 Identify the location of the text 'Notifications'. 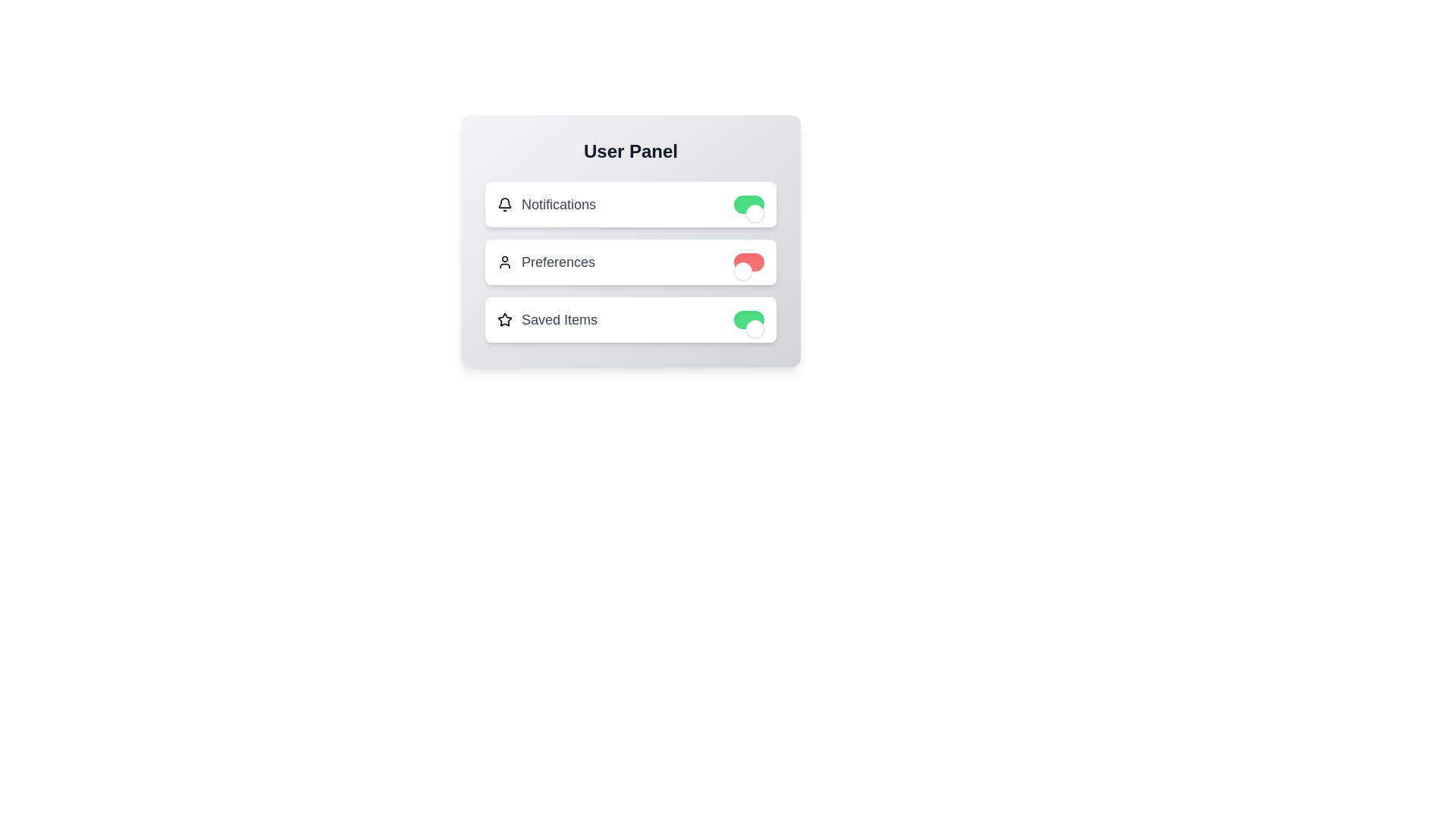
(546, 205).